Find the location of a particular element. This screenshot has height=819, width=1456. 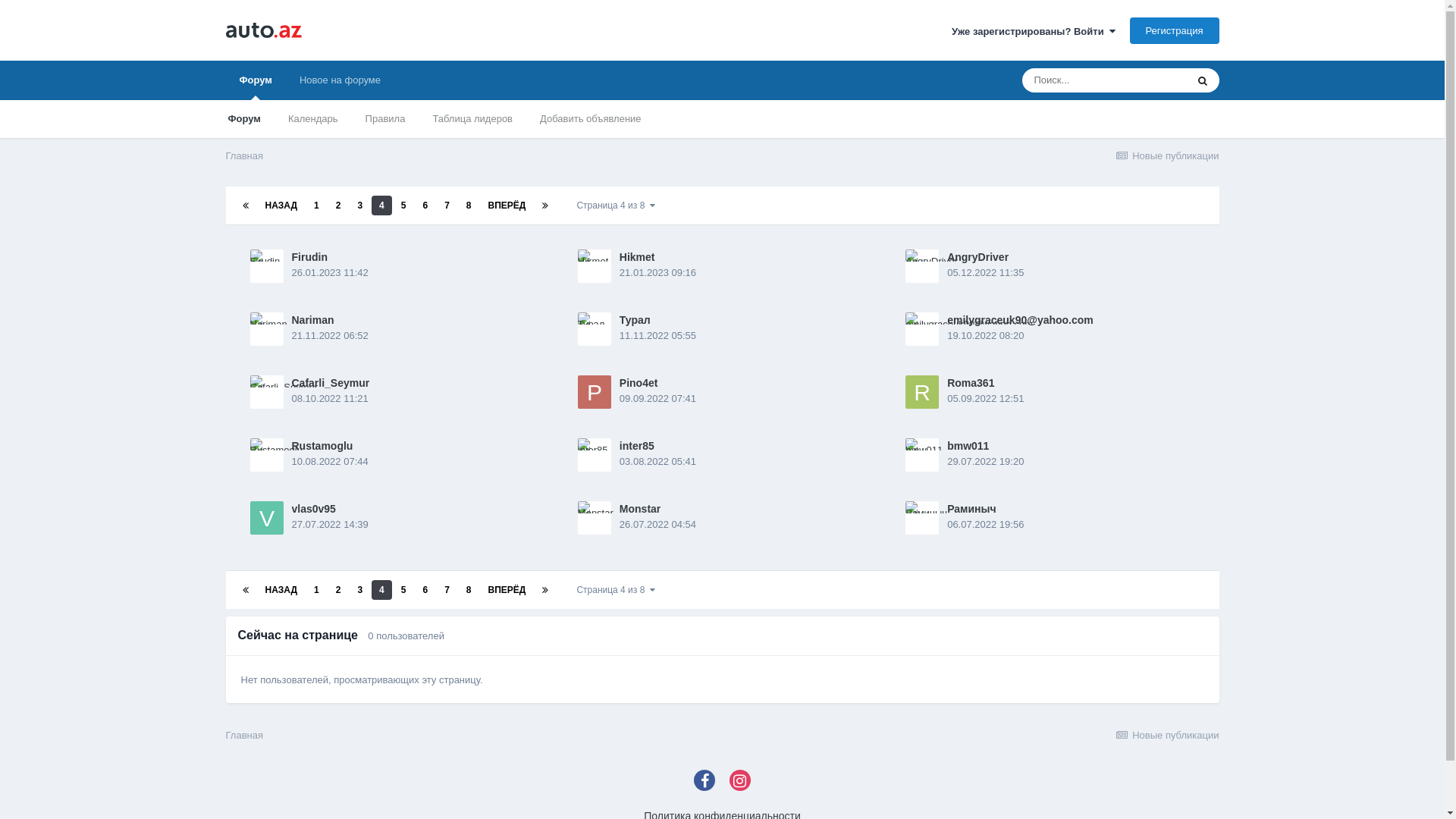

'6' is located at coordinates (425, 588).